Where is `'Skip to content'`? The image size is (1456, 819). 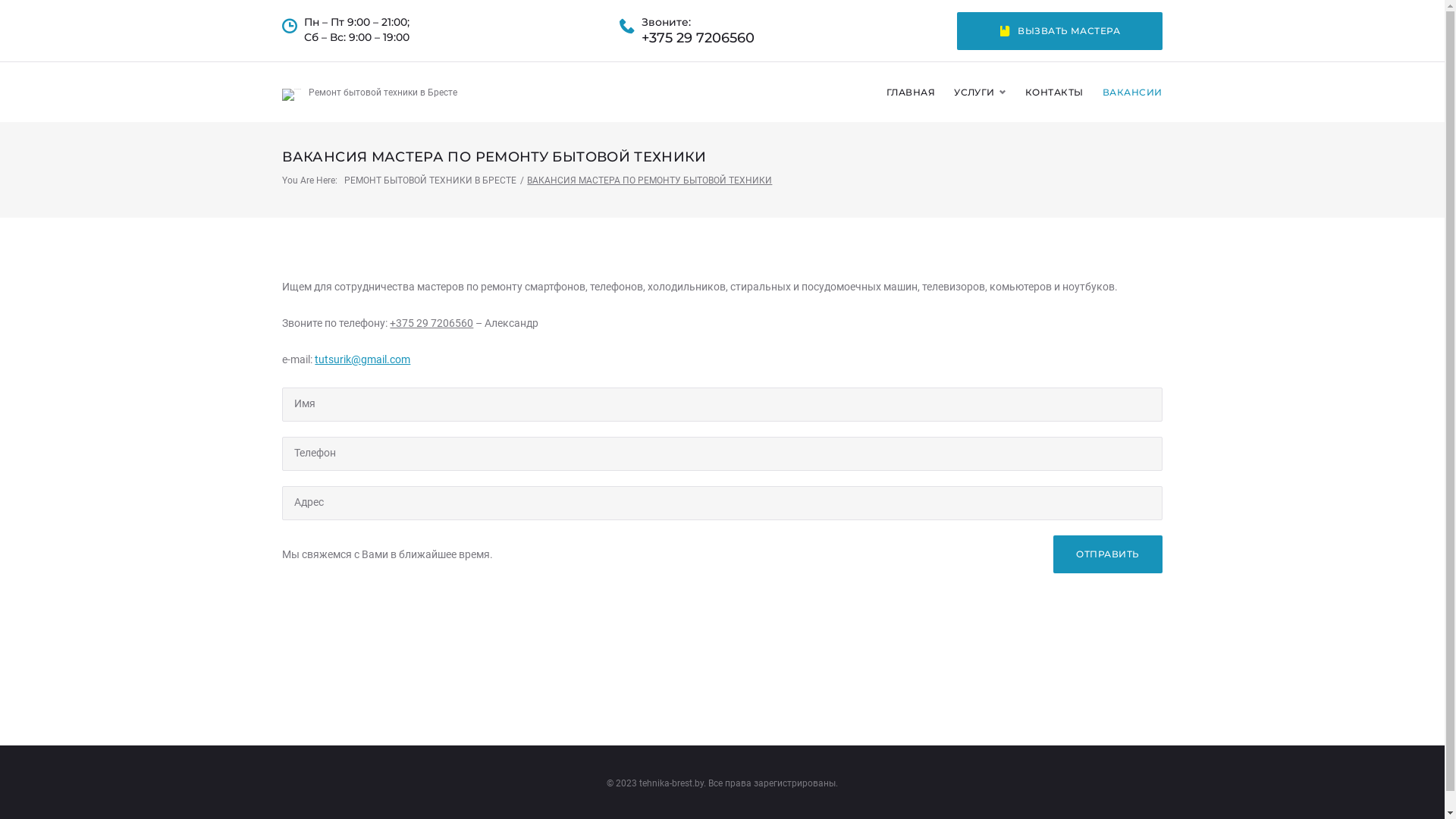 'Skip to content' is located at coordinates (0, 0).